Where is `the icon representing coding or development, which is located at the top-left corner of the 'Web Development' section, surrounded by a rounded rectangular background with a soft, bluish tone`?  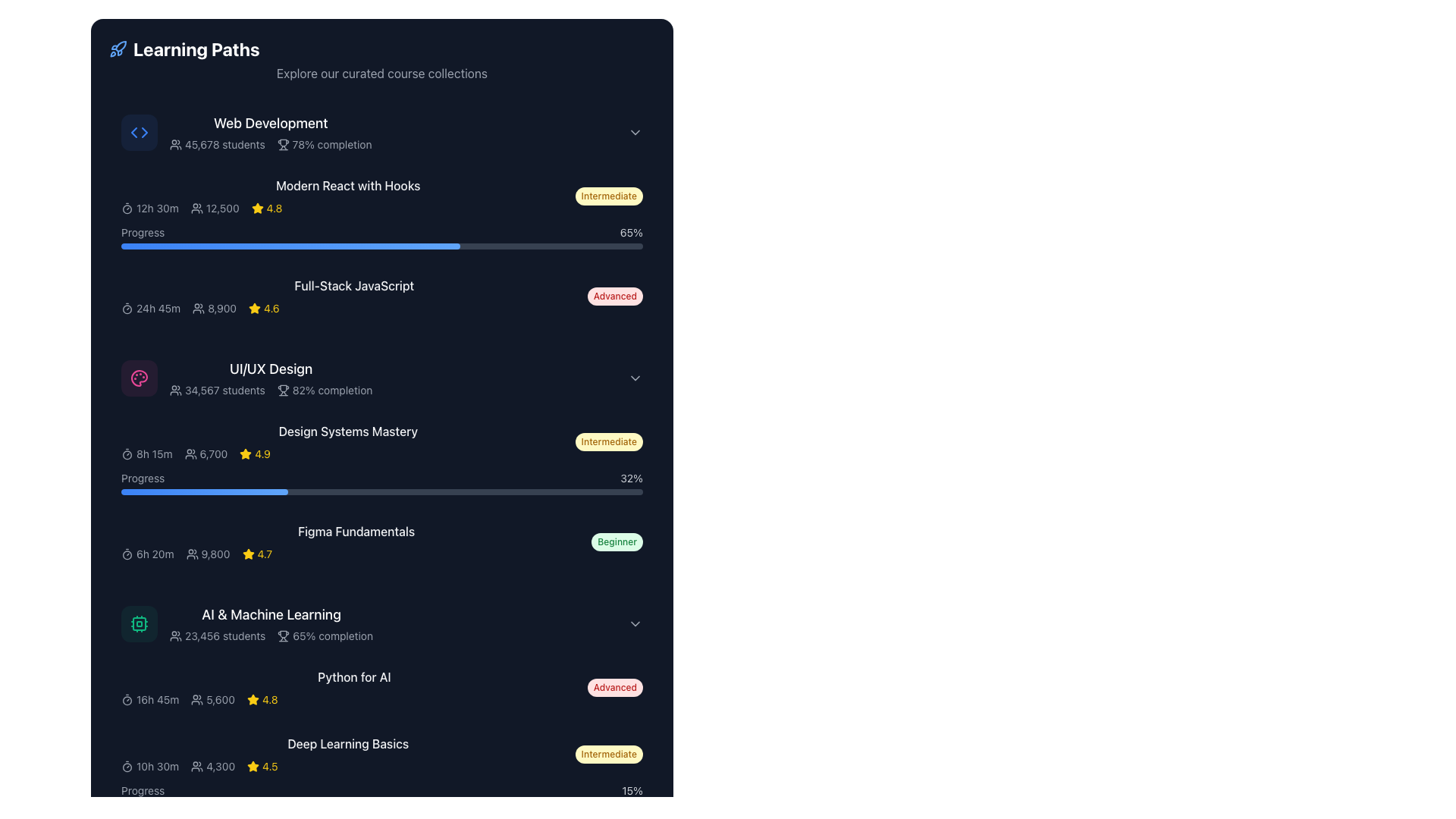
the icon representing coding or development, which is located at the top-left corner of the 'Web Development' section, surrounded by a rounded rectangular background with a soft, bluish tone is located at coordinates (139, 131).